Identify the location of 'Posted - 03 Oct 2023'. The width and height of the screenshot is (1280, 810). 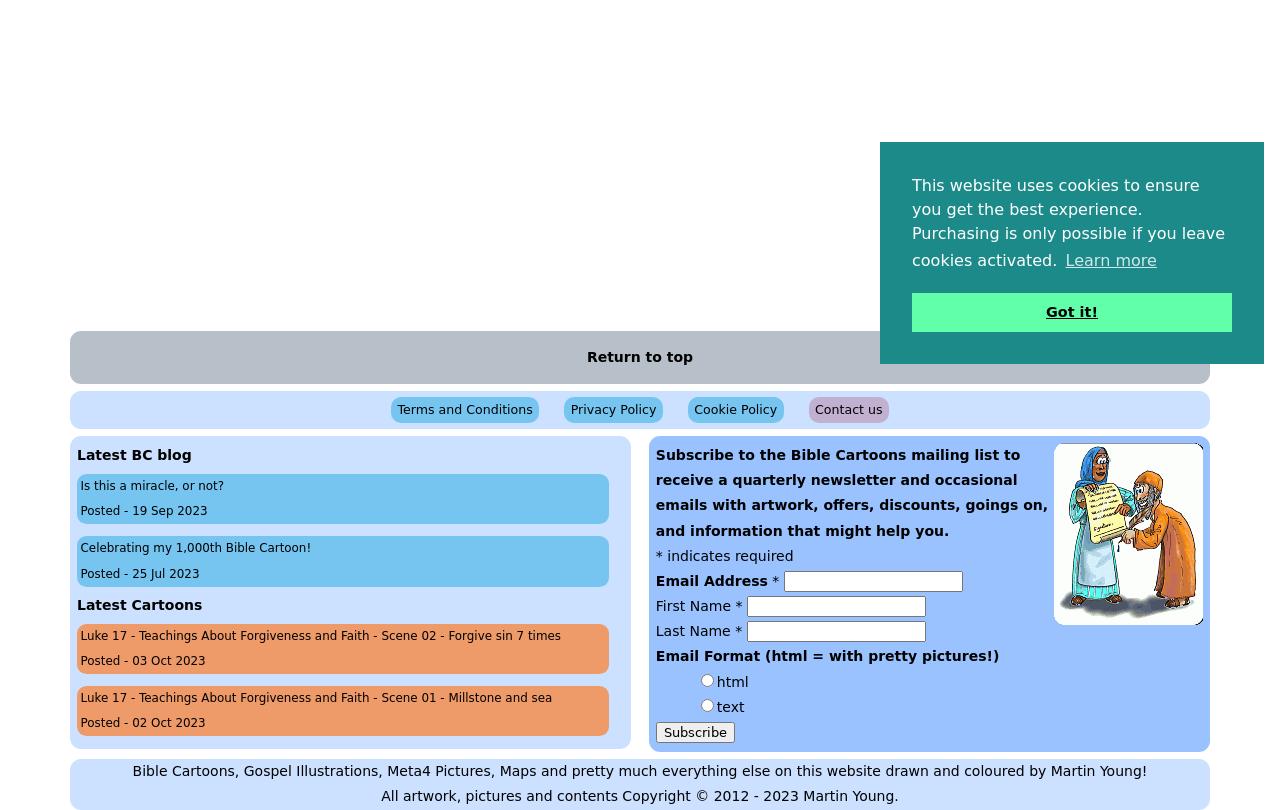
(141, 658).